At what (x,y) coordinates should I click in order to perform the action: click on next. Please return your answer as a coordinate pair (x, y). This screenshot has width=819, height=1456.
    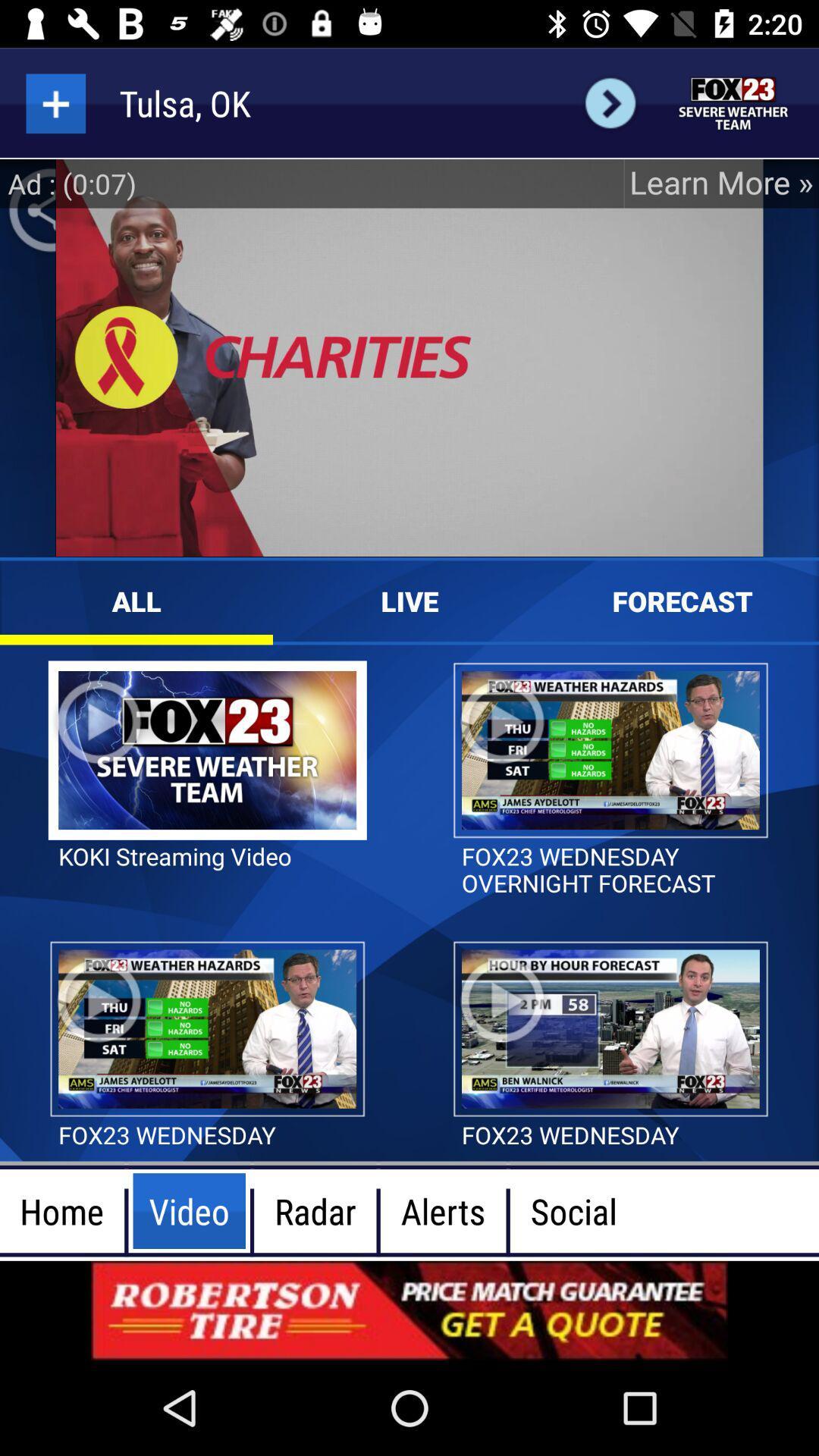
    Looking at the image, I should click on (610, 102).